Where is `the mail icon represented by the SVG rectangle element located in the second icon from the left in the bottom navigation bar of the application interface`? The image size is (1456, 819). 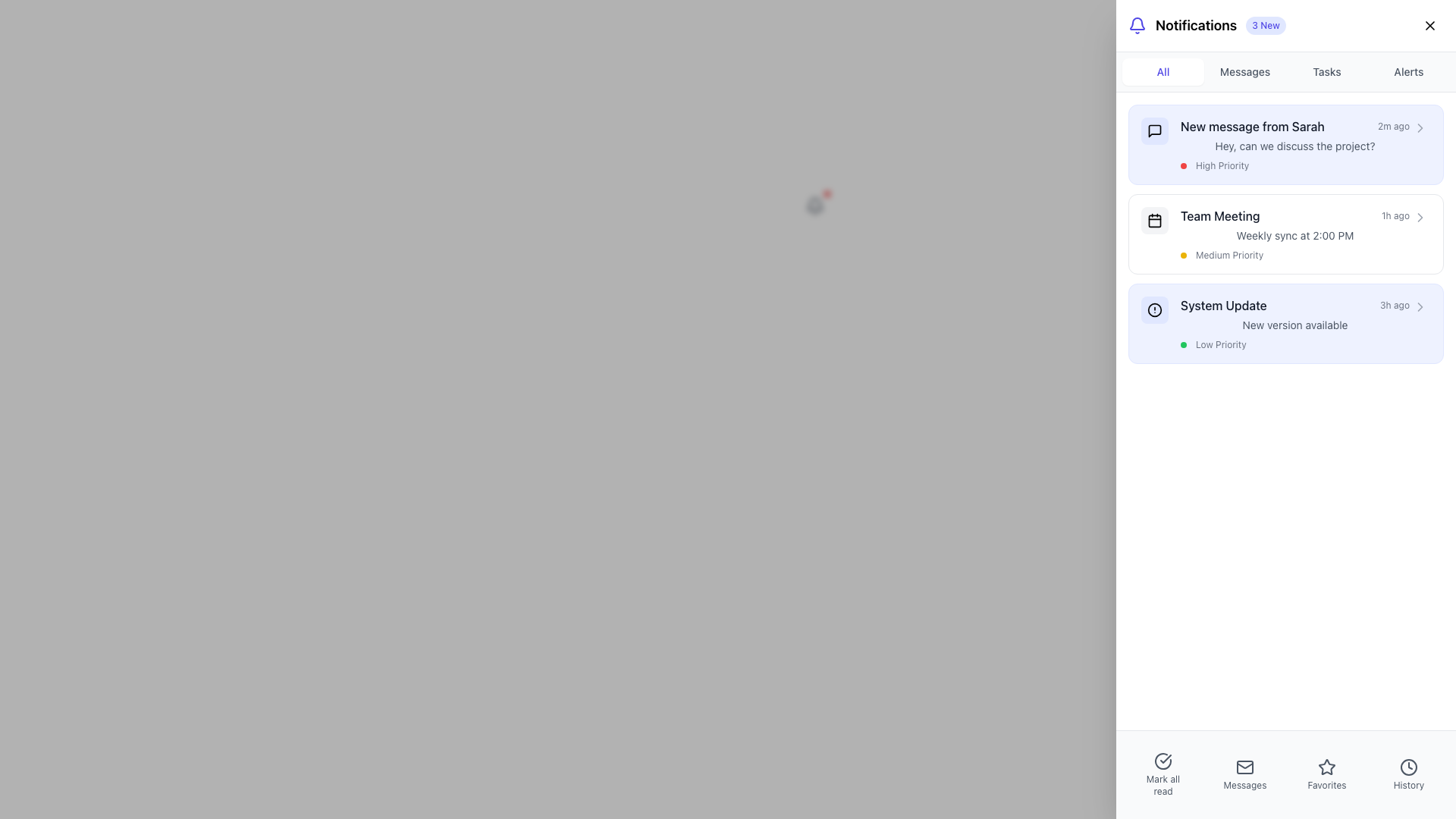 the mail icon represented by the SVG rectangle element located in the second icon from the left in the bottom navigation bar of the application interface is located at coordinates (1244, 767).